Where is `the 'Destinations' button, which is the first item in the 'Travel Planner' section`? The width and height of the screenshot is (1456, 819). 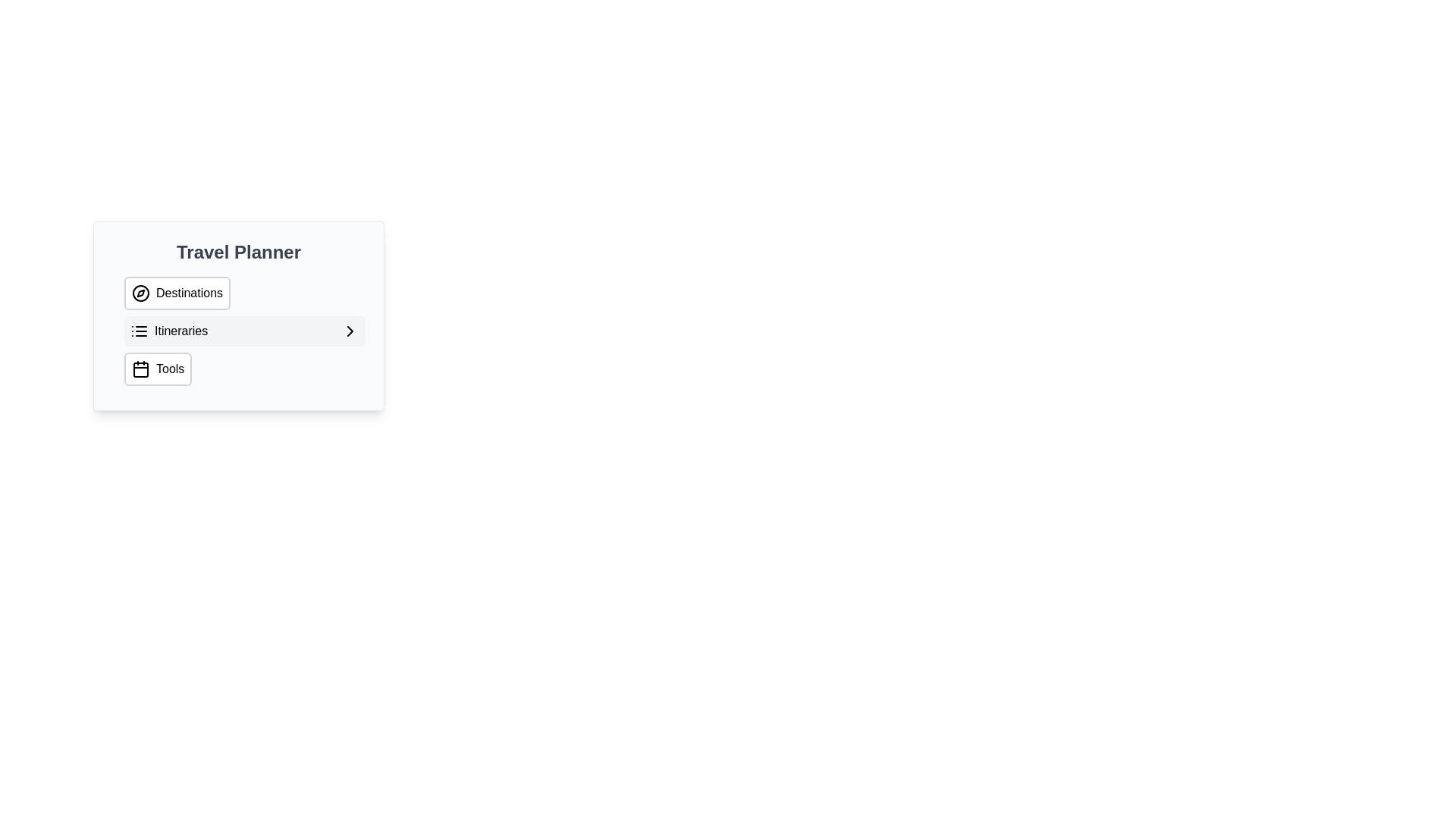 the 'Destinations' button, which is the first item in the 'Travel Planner' section is located at coordinates (177, 293).